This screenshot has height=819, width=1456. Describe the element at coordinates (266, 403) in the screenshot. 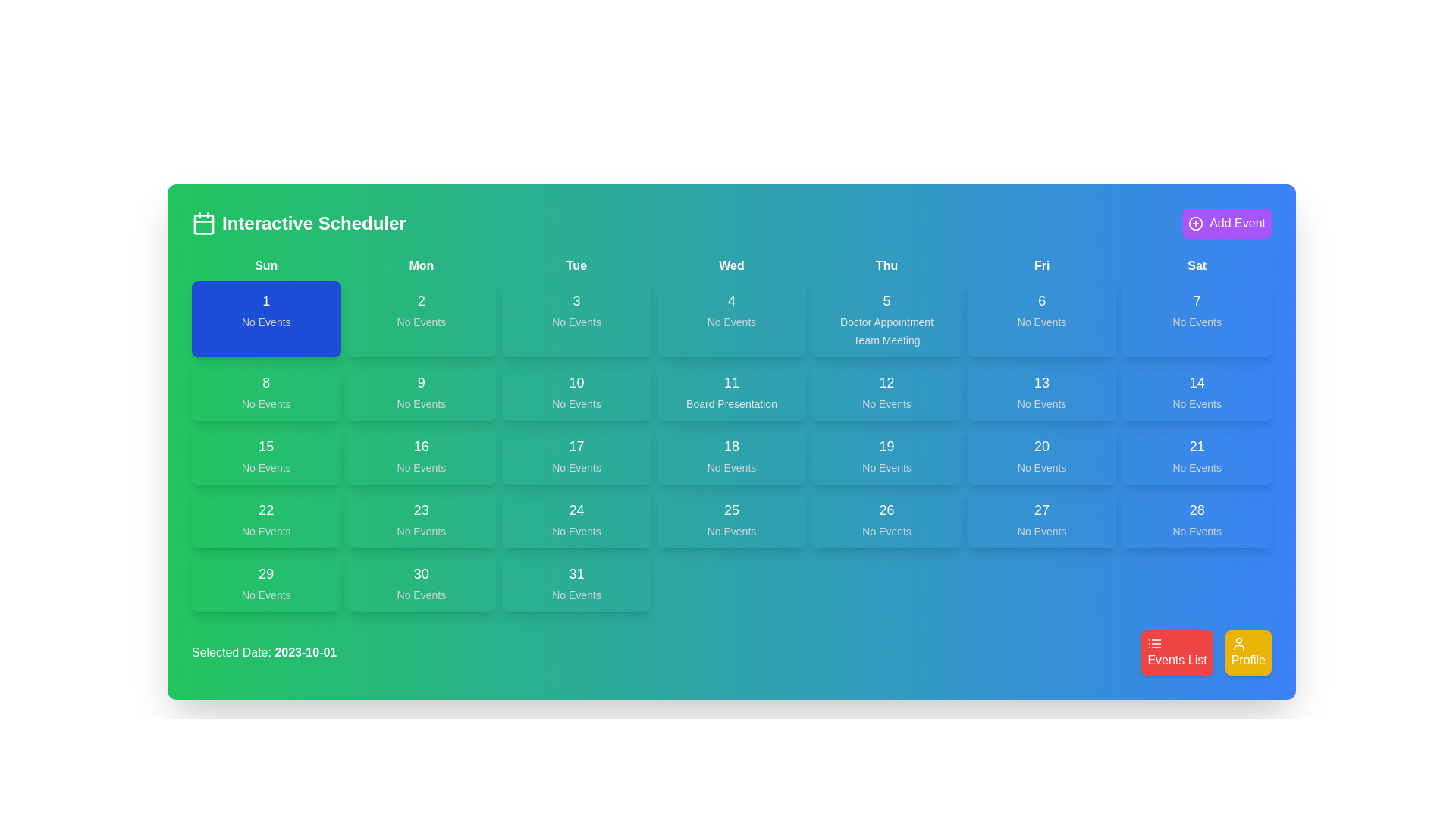

I see `the static text label indicating no scheduled events for the date, located directly beneath the number '8' in the Sunday column of the calendar grid` at that location.